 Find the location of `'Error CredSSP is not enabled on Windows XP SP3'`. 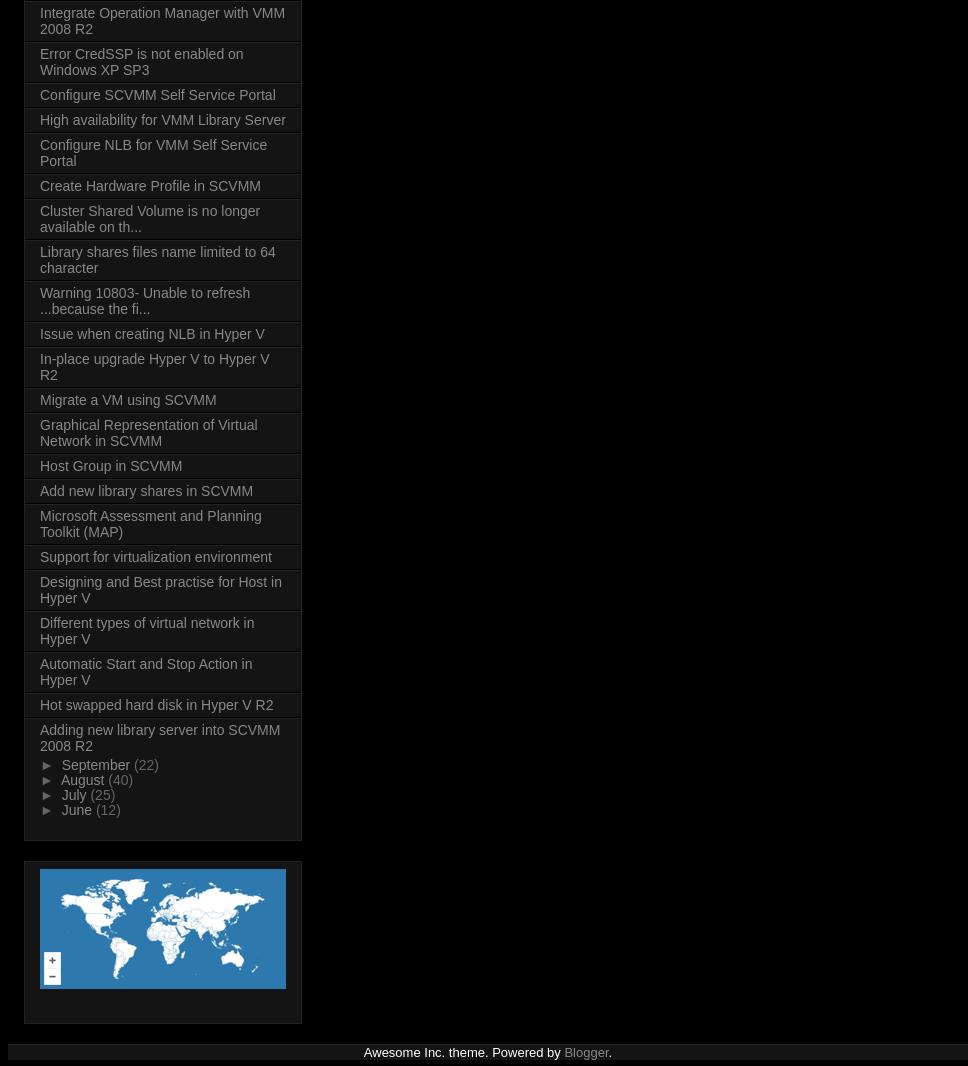

'Error CredSSP is not enabled on Windows XP SP3' is located at coordinates (140, 61).